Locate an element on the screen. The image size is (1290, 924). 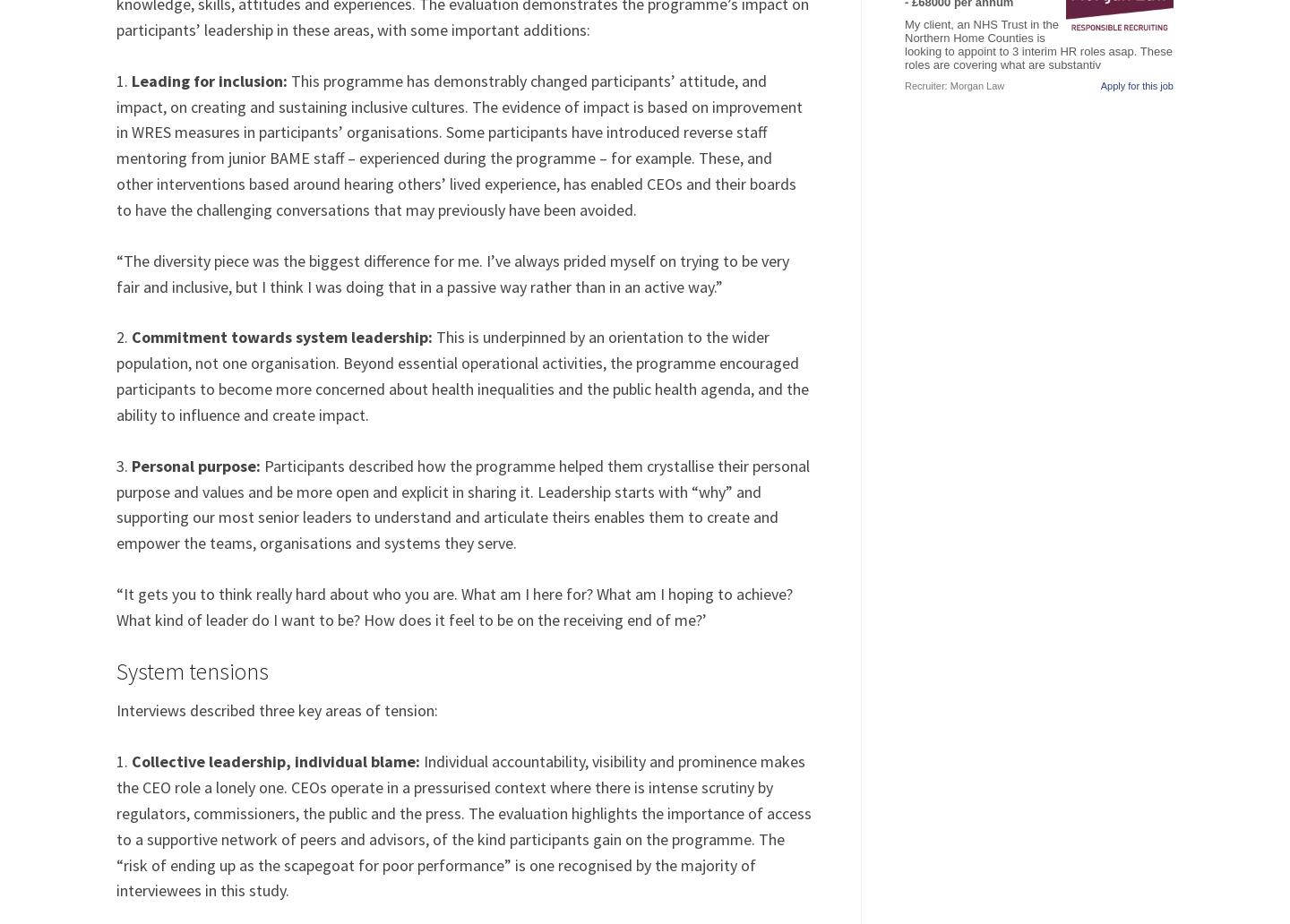
'“It gets you to think really hard about who you are. What am I here for? What am I hoping to achieve? What kind of leader do I want to be? How does it feel to be on the receiving end of me?’' is located at coordinates (453, 604).